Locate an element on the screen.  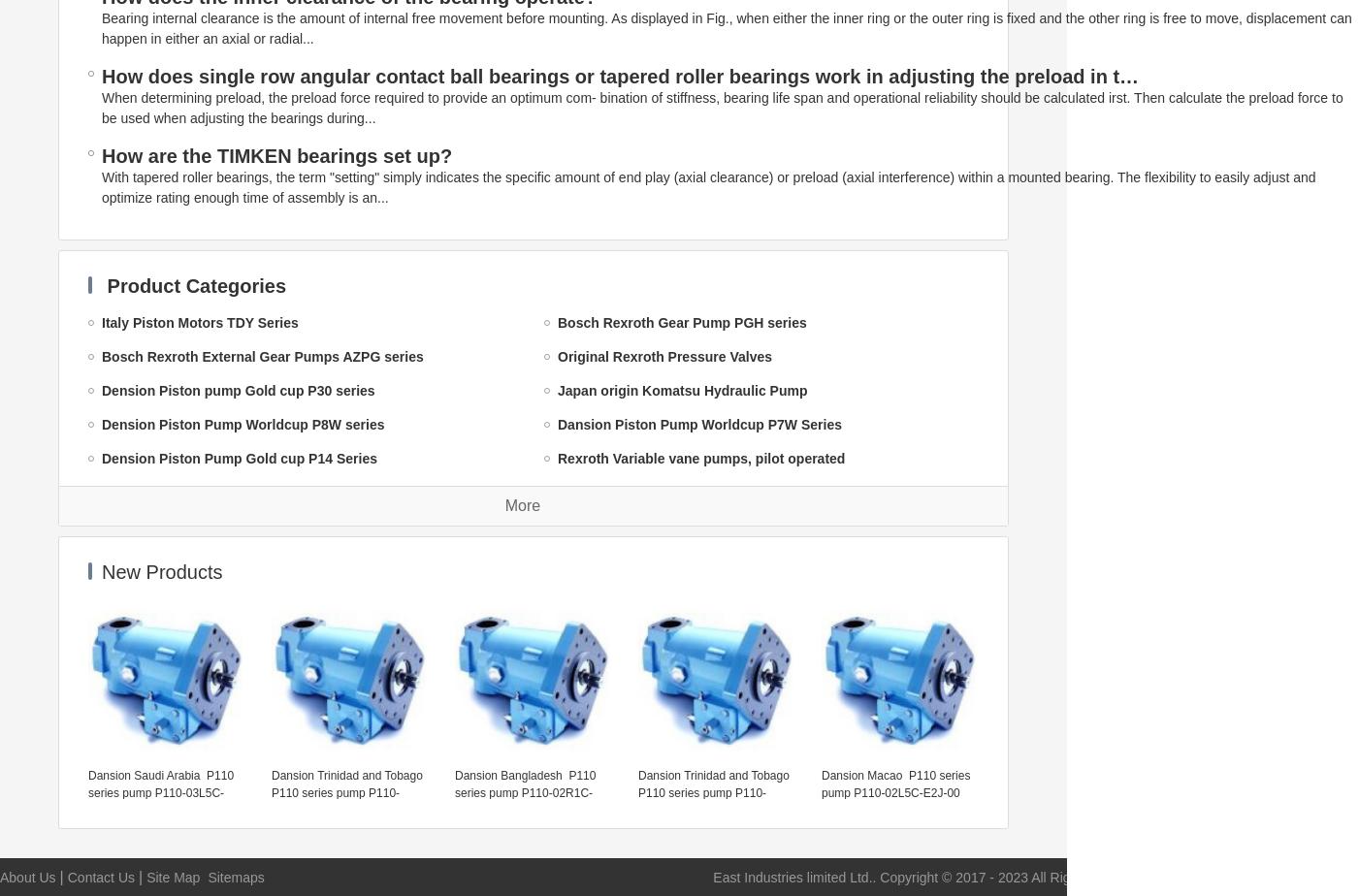
'How are the TIMKEN bearings set up?' is located at coordinates (275, 155).